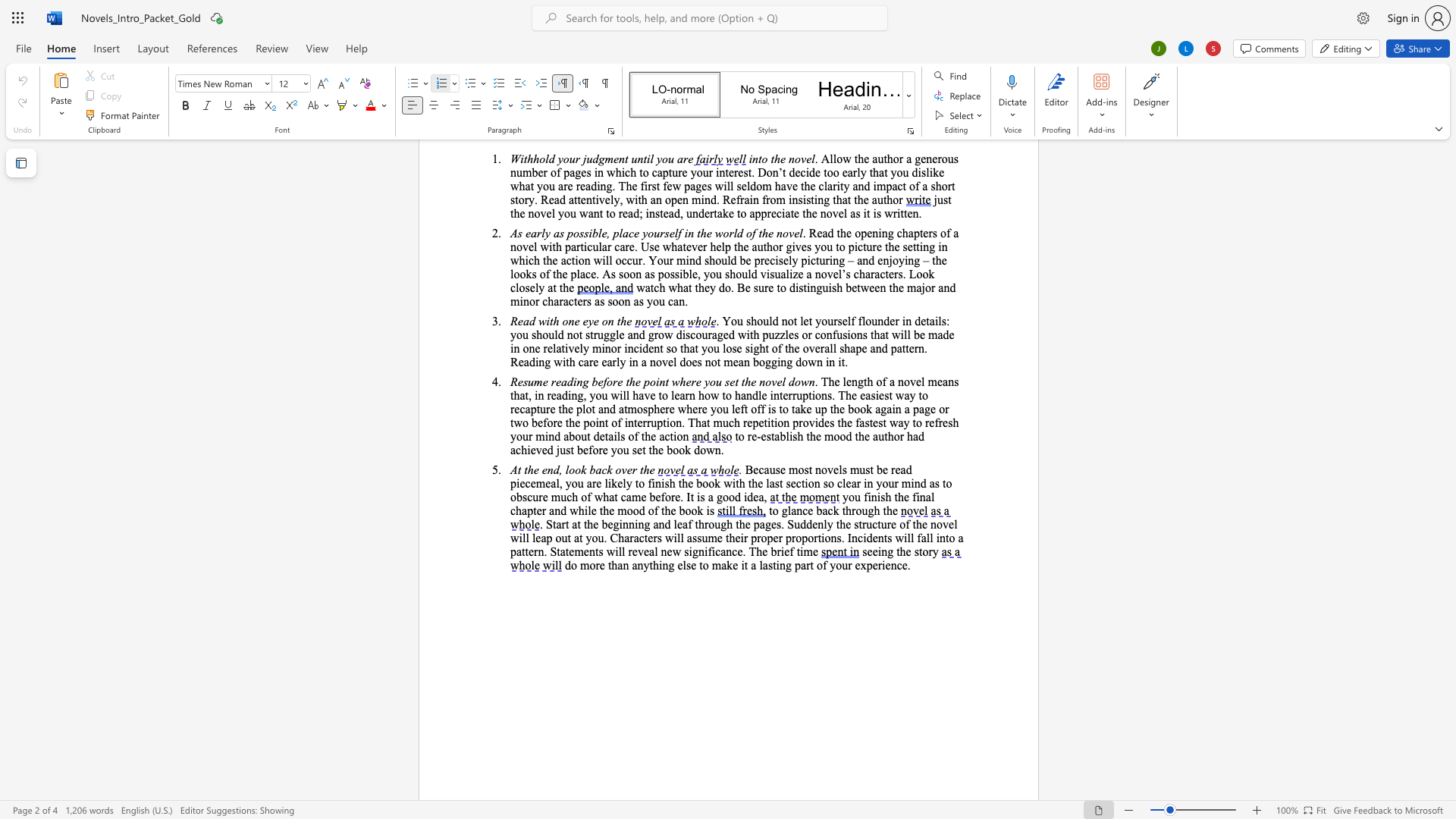 This screenshot has height=819, width=1456. Describe the element at coordinates (845, 497) in the screenshot. I see `the 1th character "y" in the text` at that location.